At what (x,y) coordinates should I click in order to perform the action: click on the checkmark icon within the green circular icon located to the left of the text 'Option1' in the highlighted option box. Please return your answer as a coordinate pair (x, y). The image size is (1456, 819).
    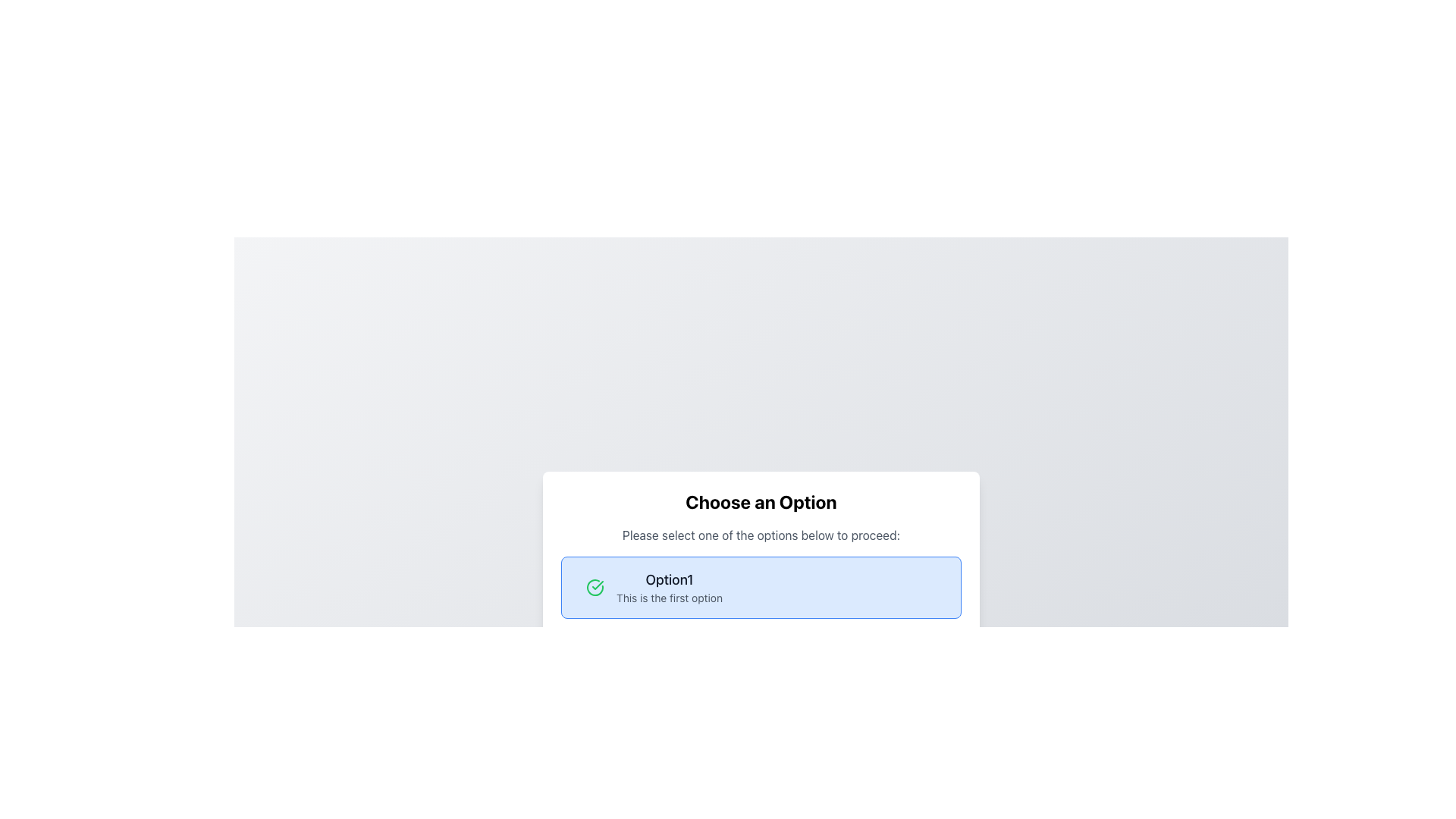
    Looking at the image, I should click on (597, 584).